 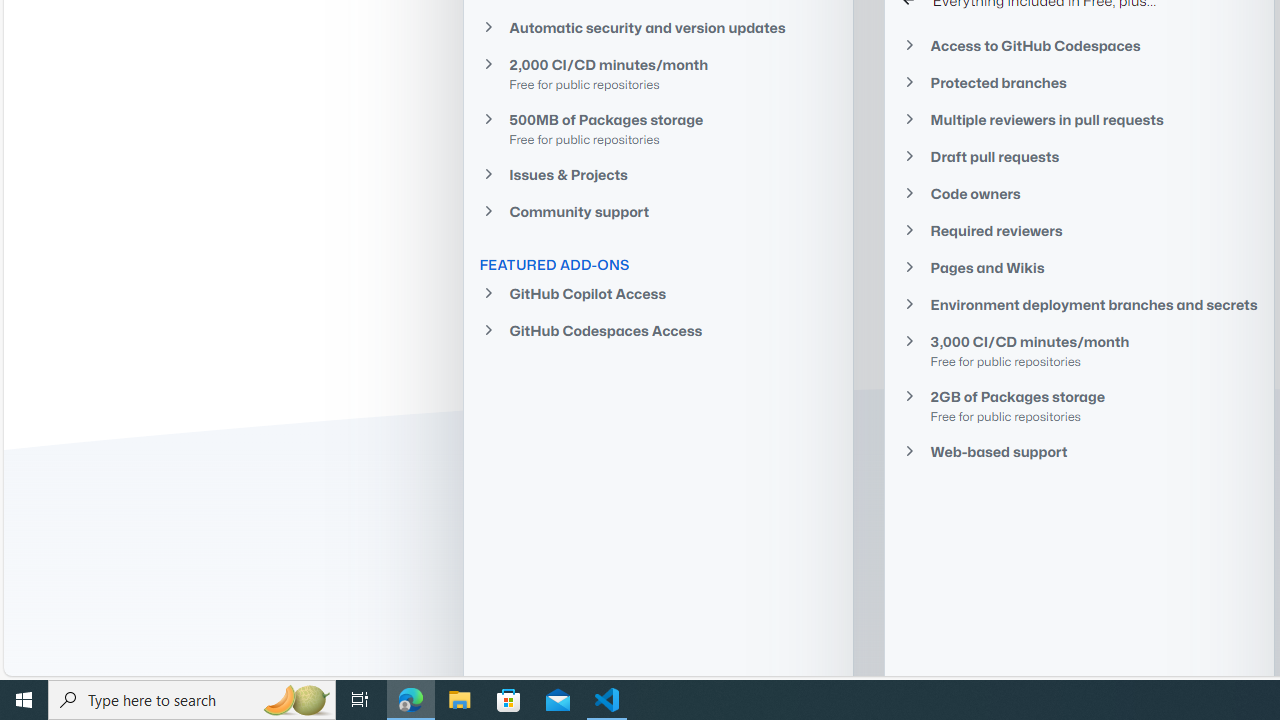 What do you see at coordinates (657, 212) in the screenshot?
I see `'Community support'` at bounding box center [657, 212].